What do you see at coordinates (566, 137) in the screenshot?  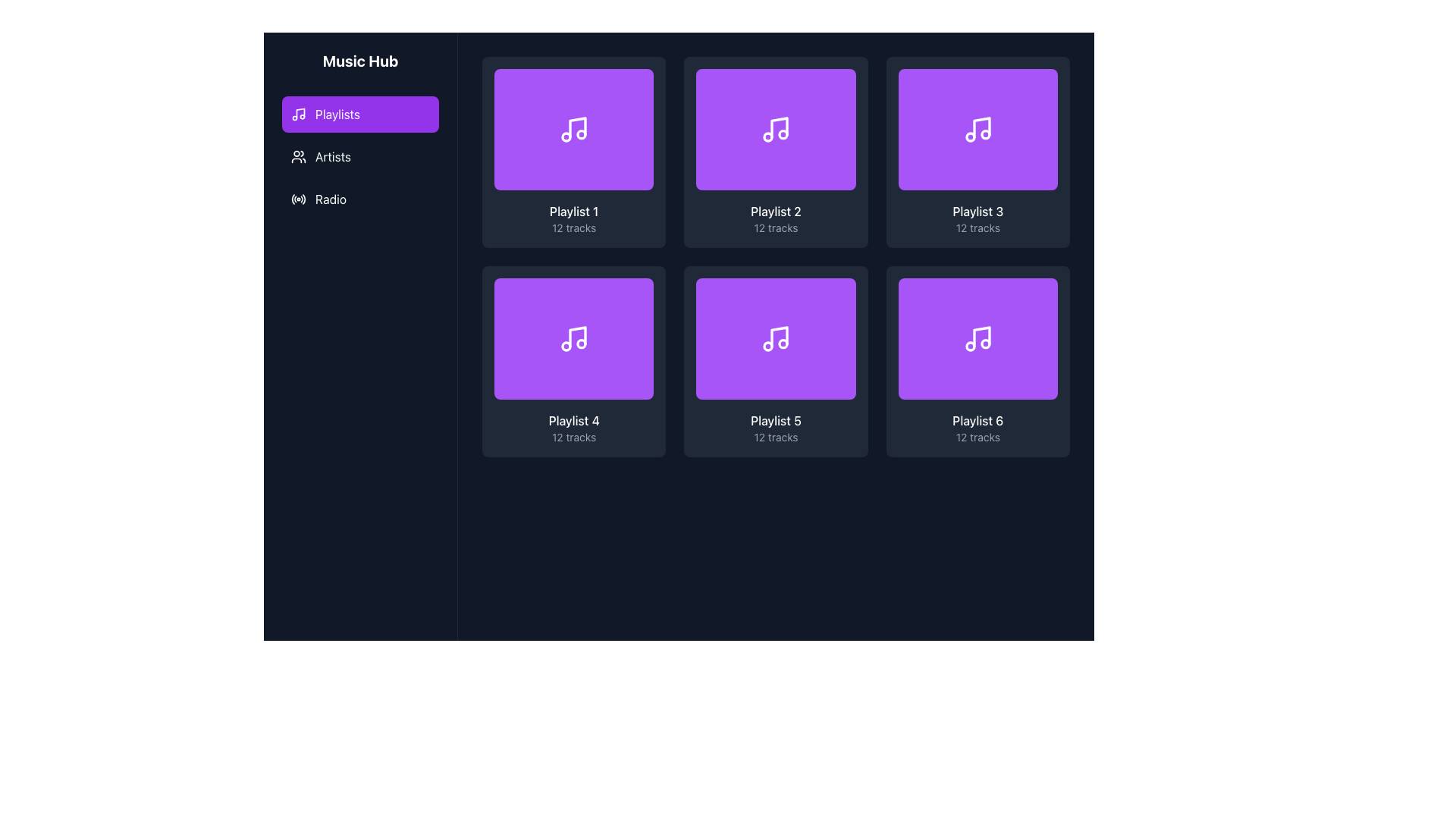 I see `the SVG circle element that is part of the music note icon in the first tile of the grid labeled 'Playlist 1'. This element is positioned closest to the bottom-left within the icon` at bounding box center [566, 137].